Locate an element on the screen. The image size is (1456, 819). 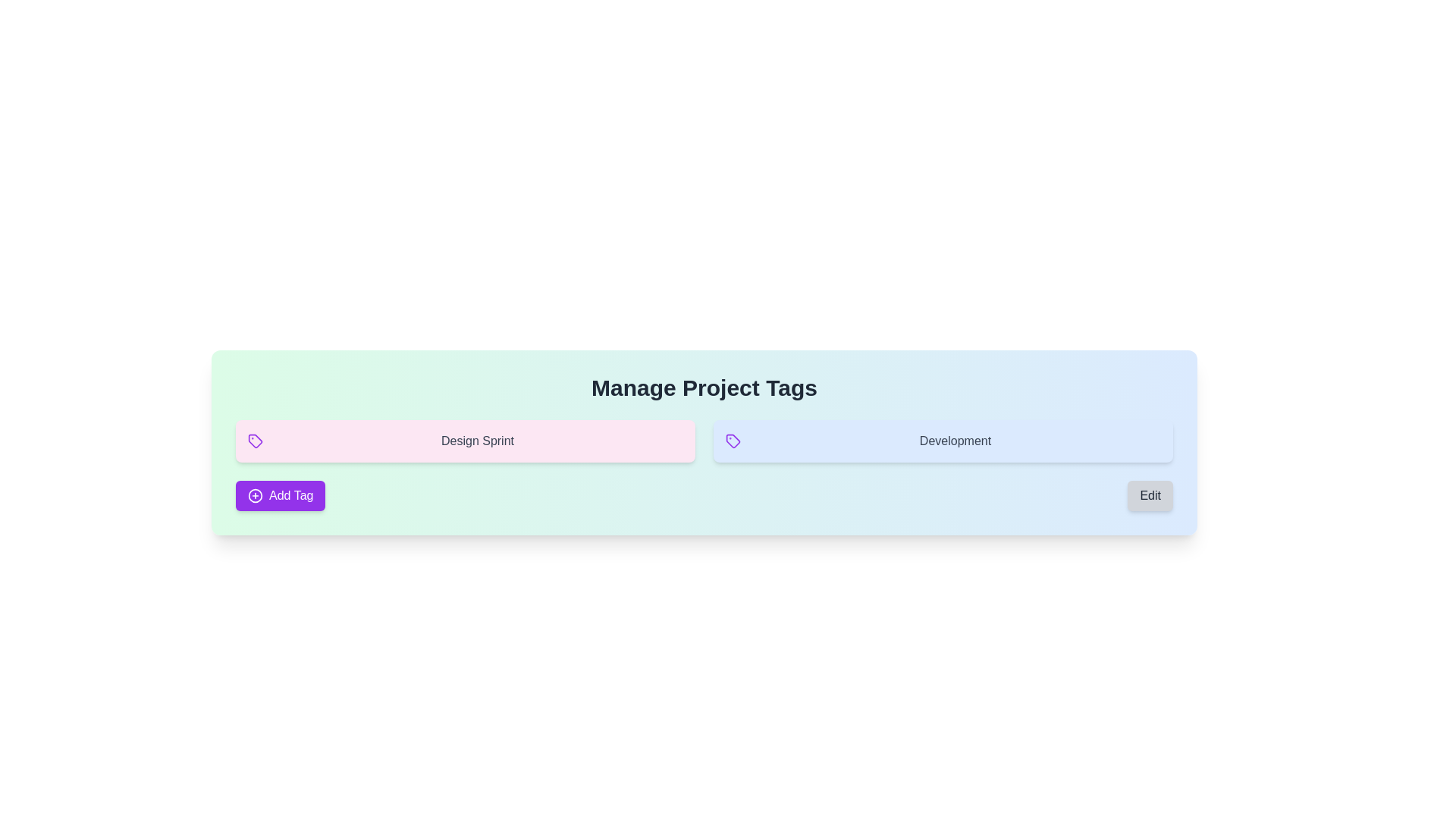
the purple 'Add Tag' button with a white font is located at coordinates (281, 496).